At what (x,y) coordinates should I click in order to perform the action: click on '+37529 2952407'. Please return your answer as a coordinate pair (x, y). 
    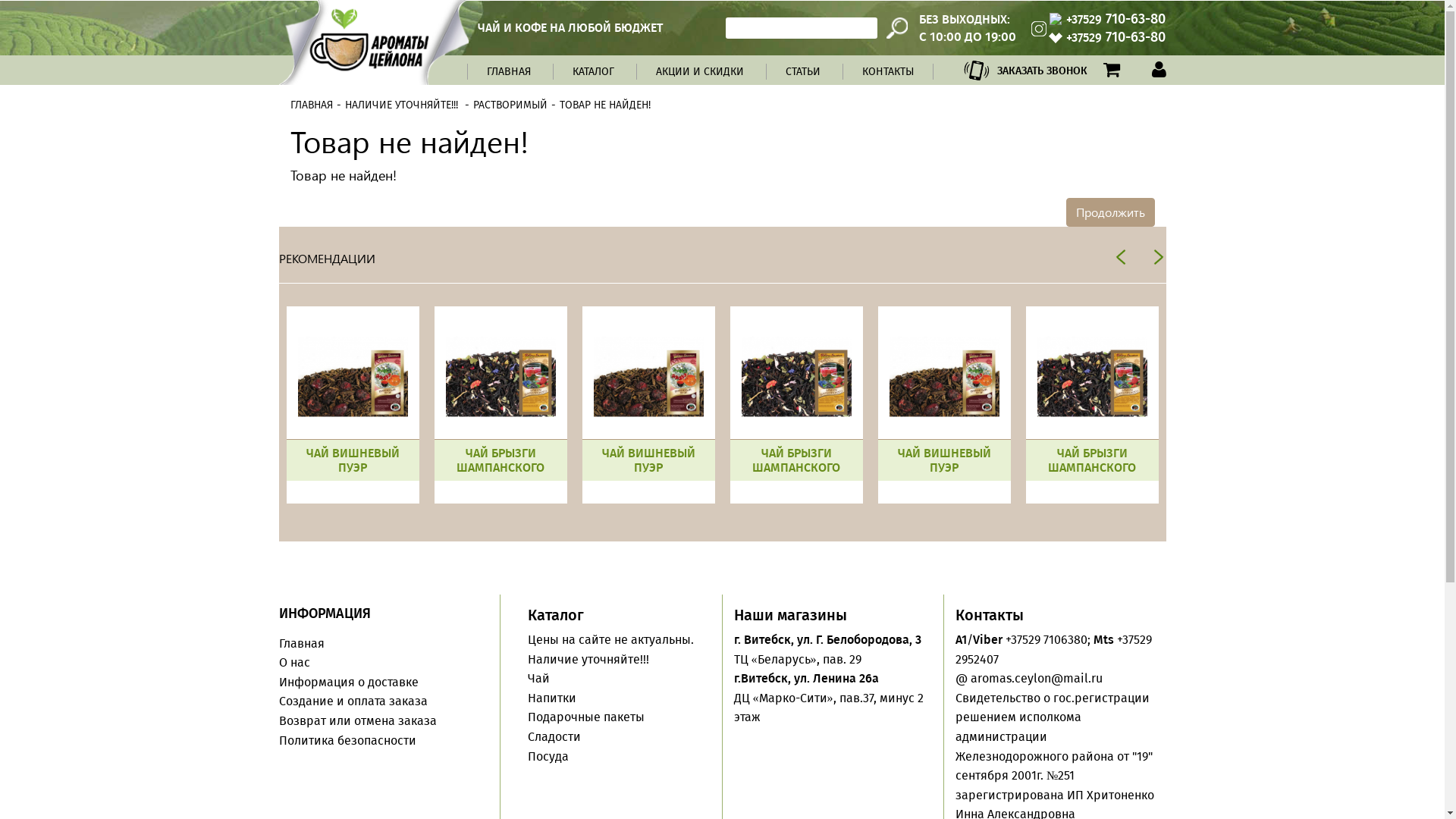
    Looking at the image, I should click on (1053, 648).